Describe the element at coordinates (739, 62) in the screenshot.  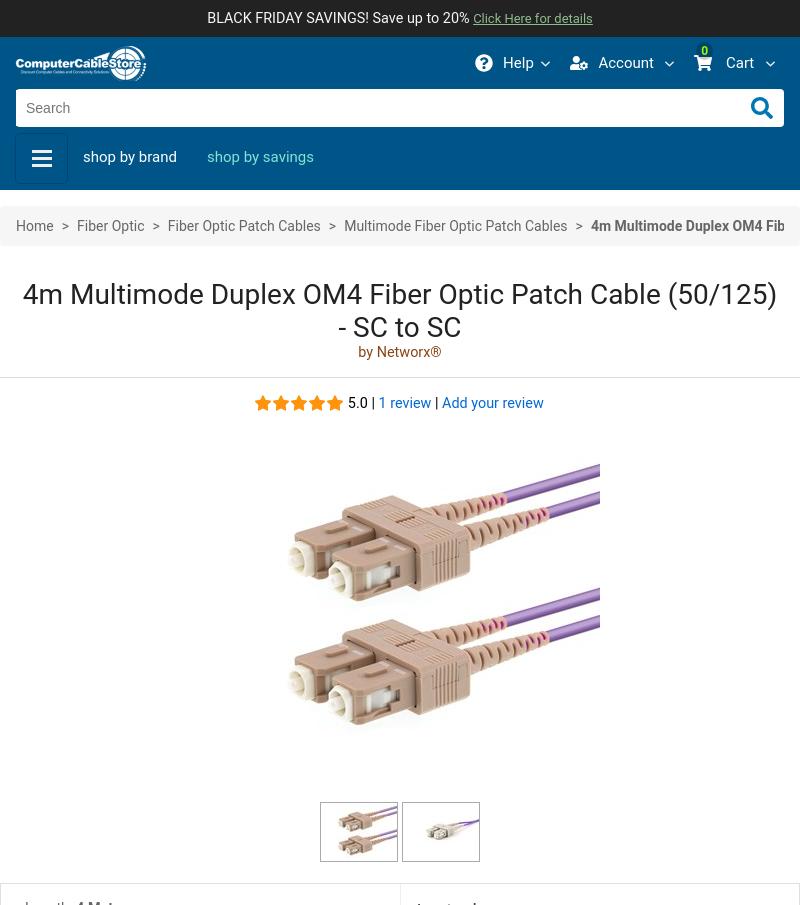
I see `'Cart'` at that location.